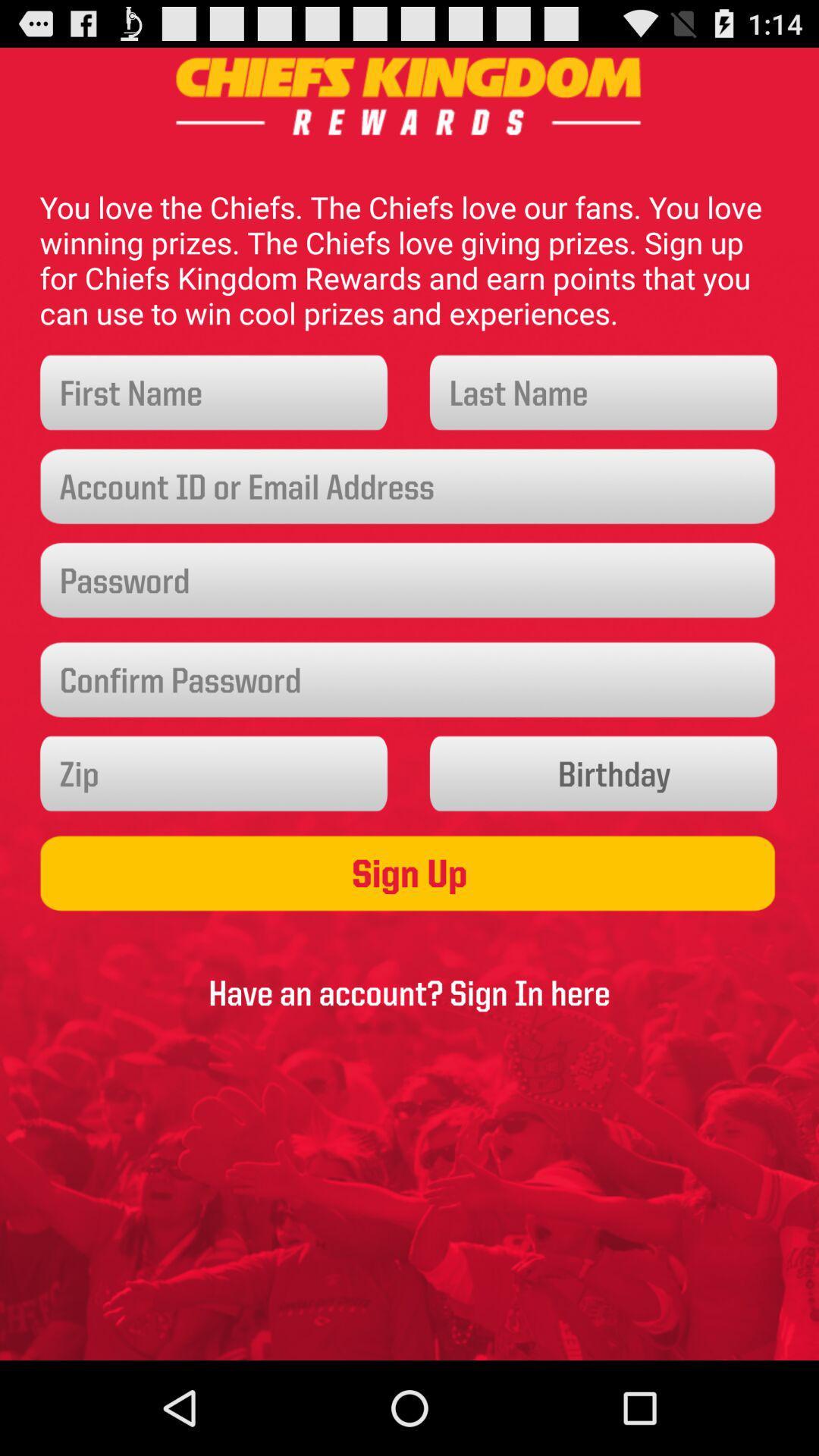 This screenshot has width=819, height=1456. What do you see at coordinates (409, 579) in the screenshot?
I see `the password` at bounding box center [409, 579].